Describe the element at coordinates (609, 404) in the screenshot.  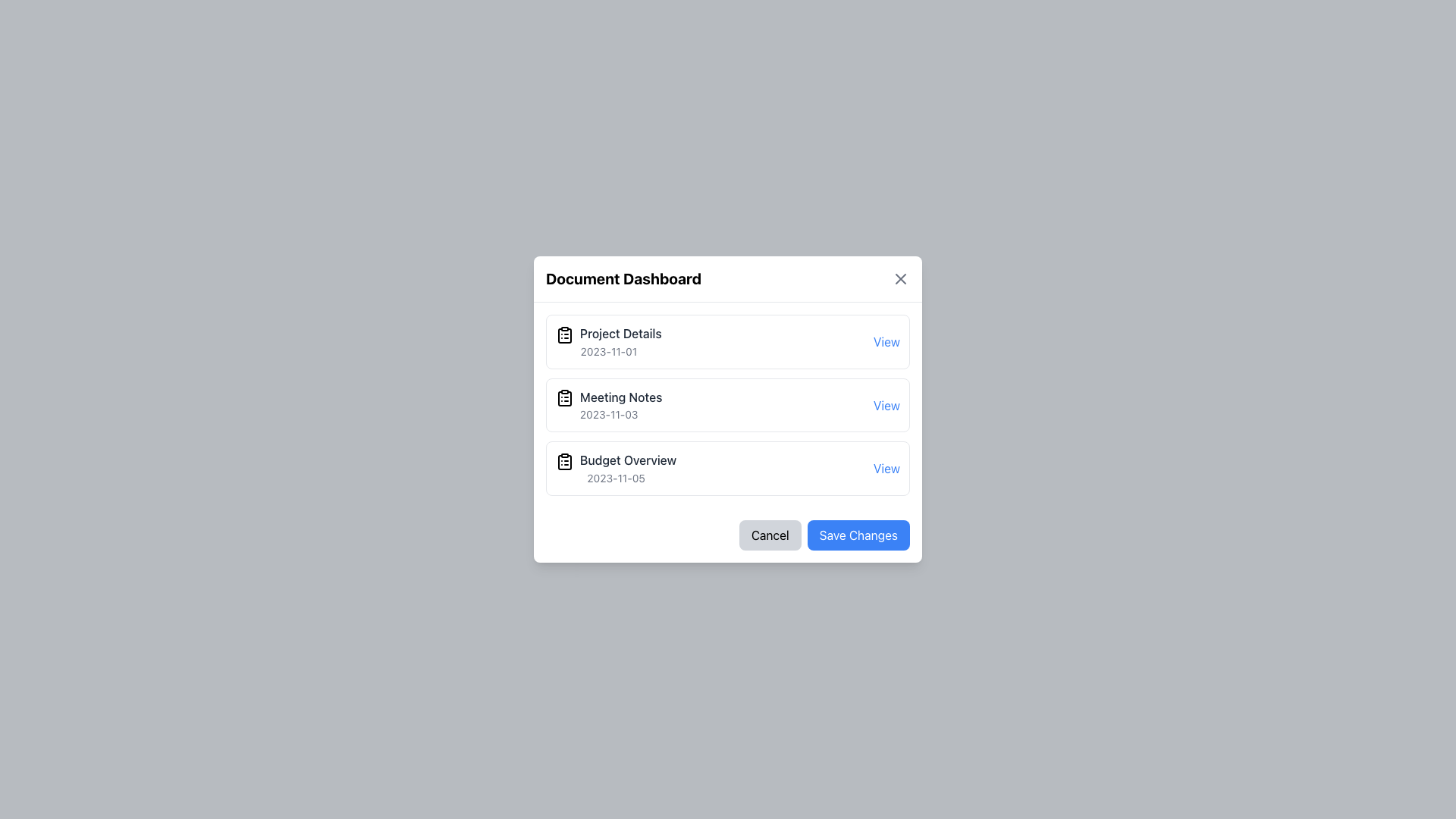
I see `the Text Block displaying 'Meeting Notes' and '2023-11-03', which is the second item in the list, positioned centrally in the dialog box` at that location.